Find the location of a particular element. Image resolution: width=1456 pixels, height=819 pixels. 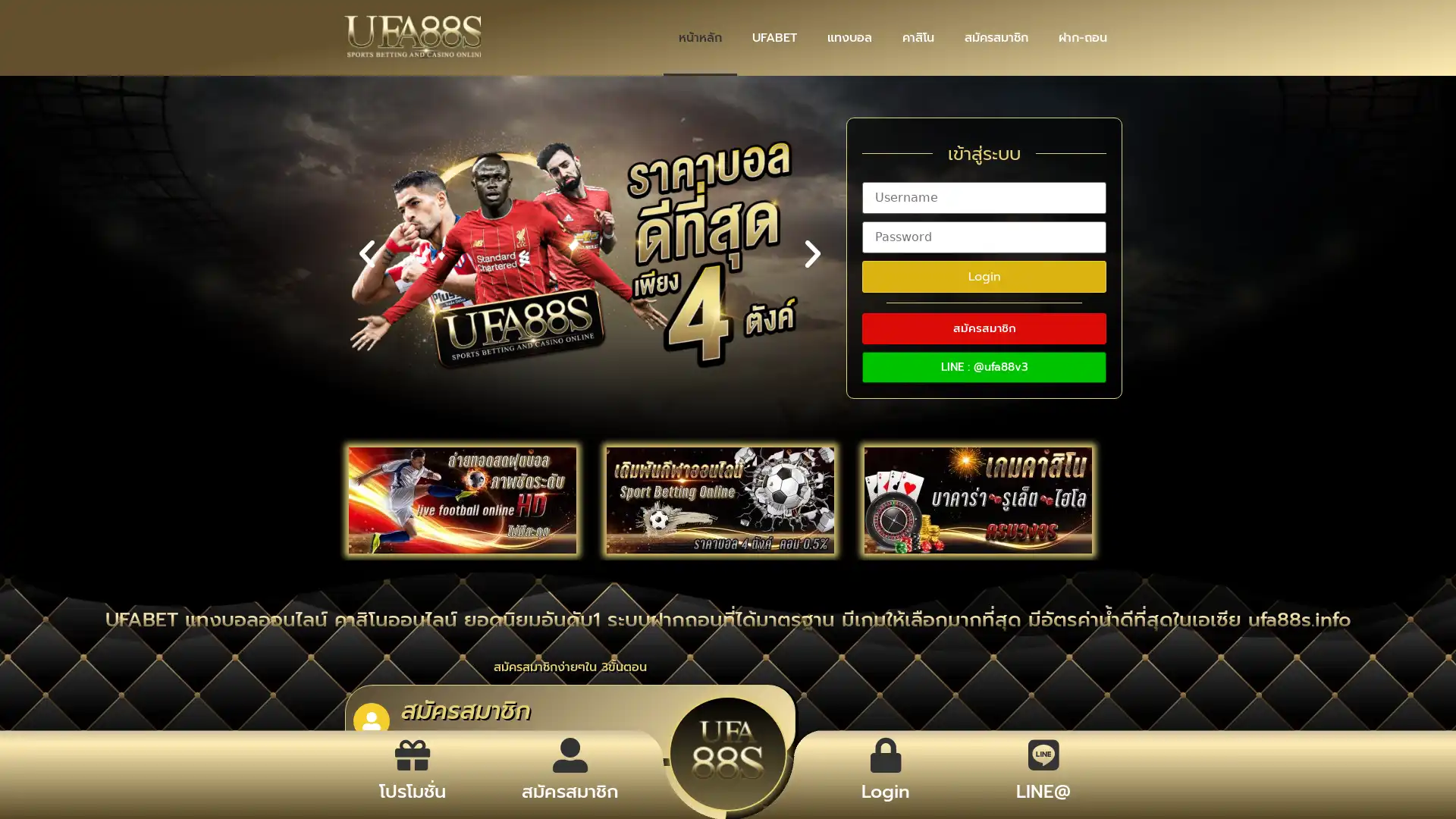

LINE : @ufa88v3 is located at coordinates (984, 366).